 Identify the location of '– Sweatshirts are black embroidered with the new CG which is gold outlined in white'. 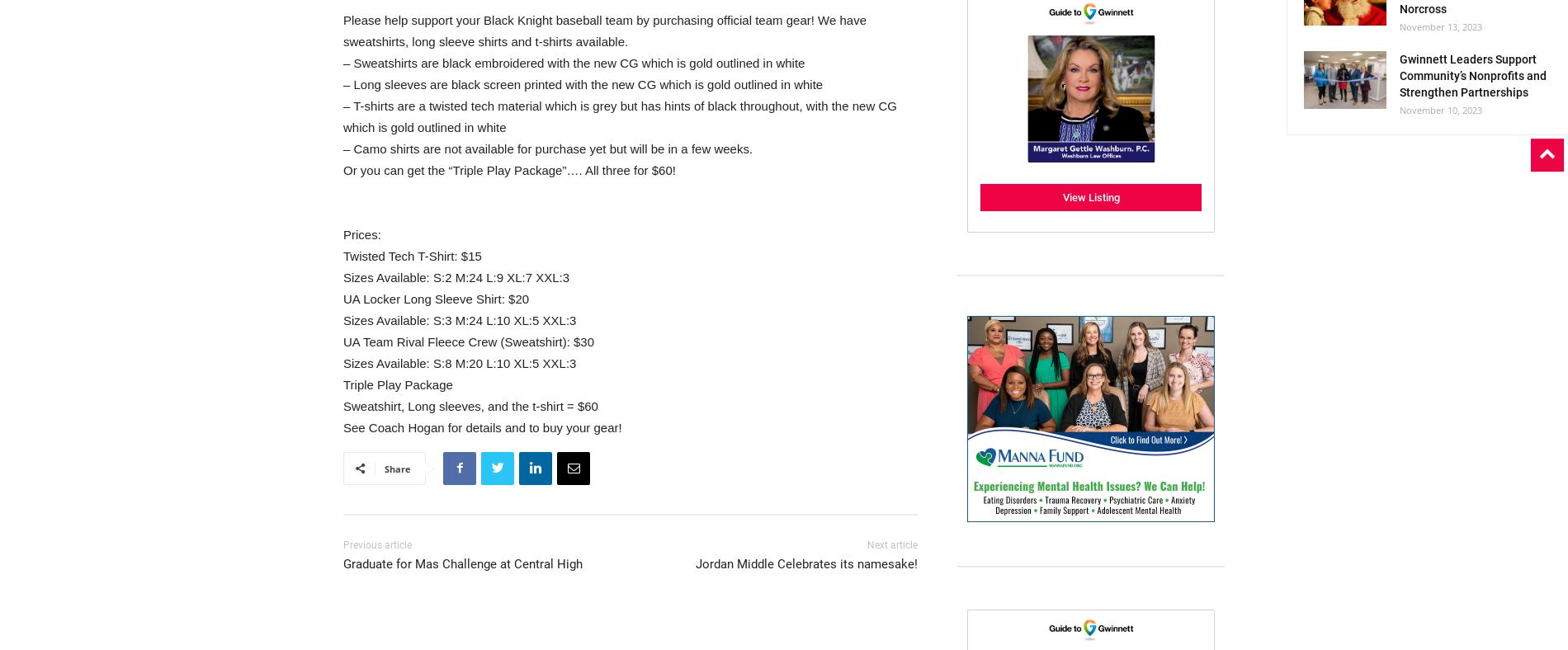
(574, 61).